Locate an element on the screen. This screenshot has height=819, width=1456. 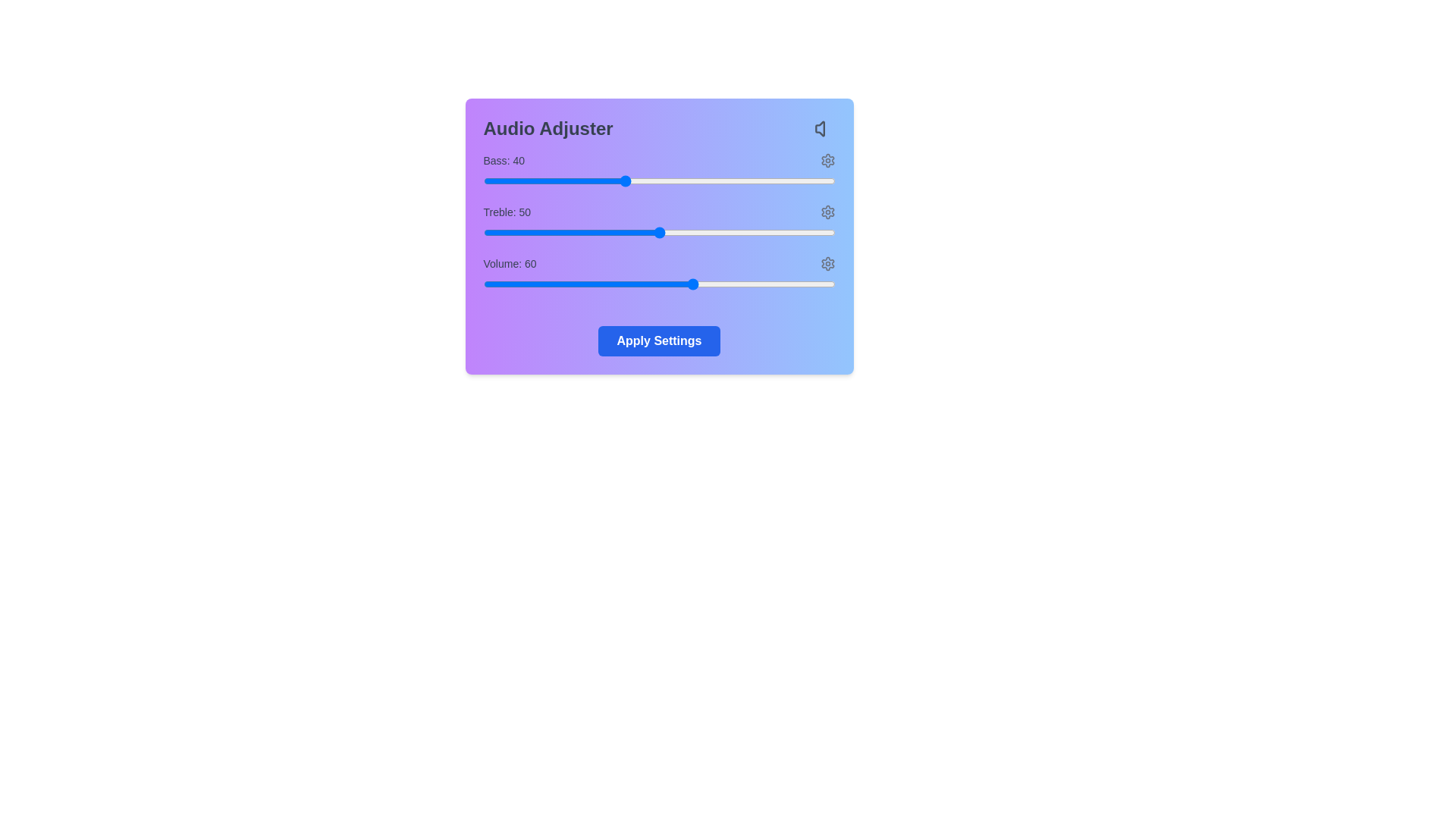
bass is located at coordinates (543, 174).